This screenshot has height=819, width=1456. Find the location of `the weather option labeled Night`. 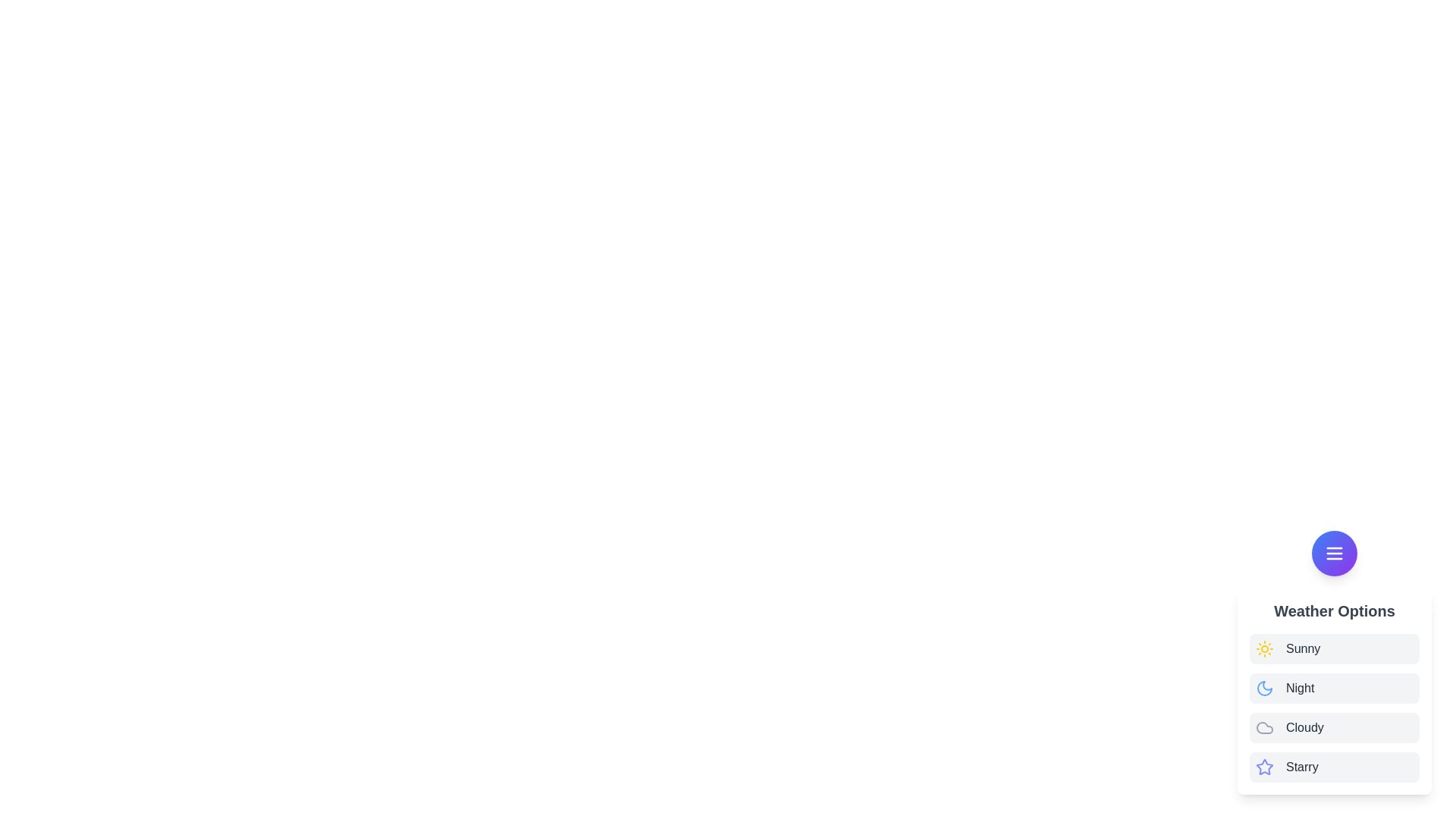

the weather option labeled Night is located at coordinates (1299, 688).